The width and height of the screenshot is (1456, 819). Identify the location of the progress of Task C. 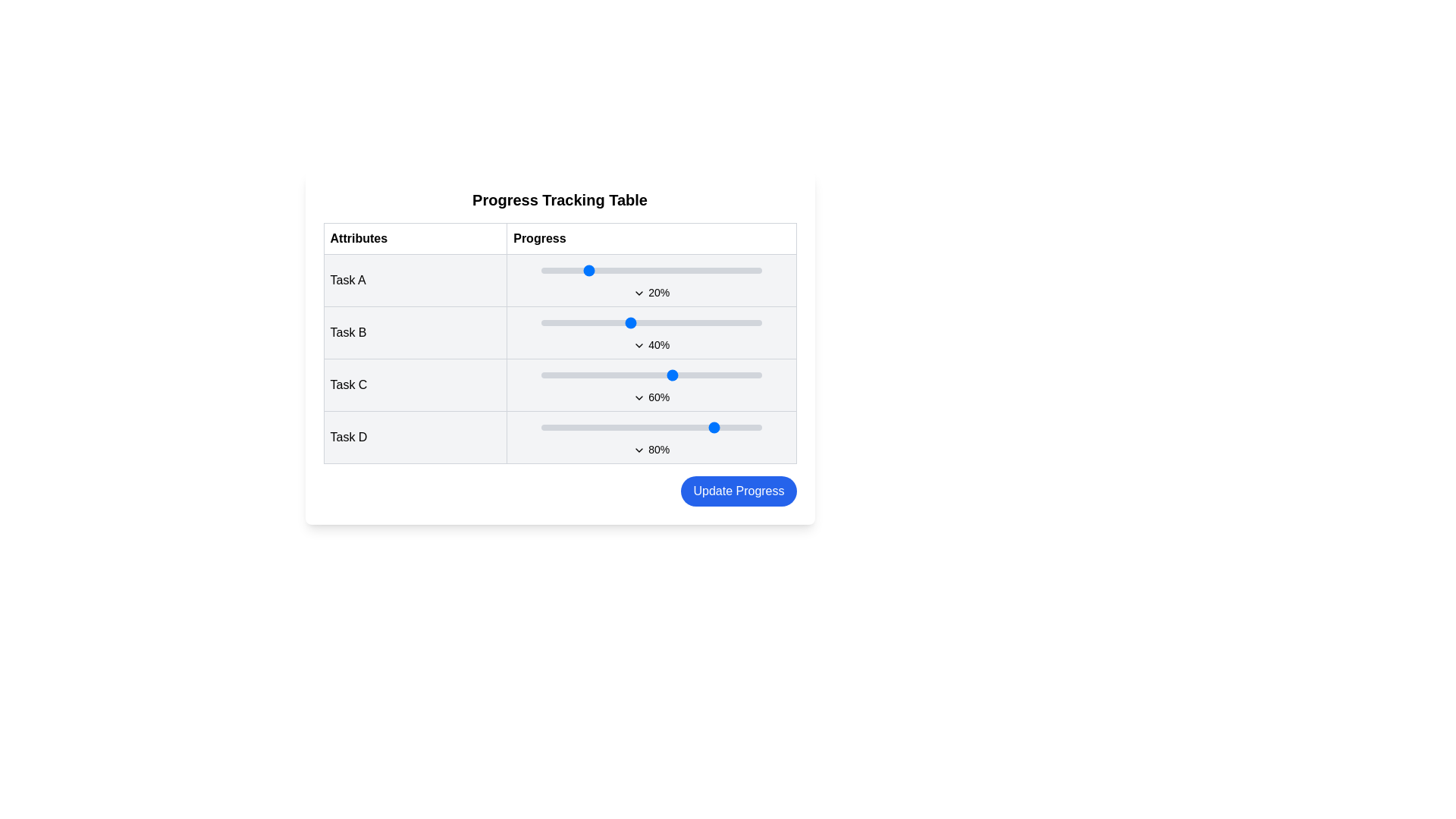
(543, 375).